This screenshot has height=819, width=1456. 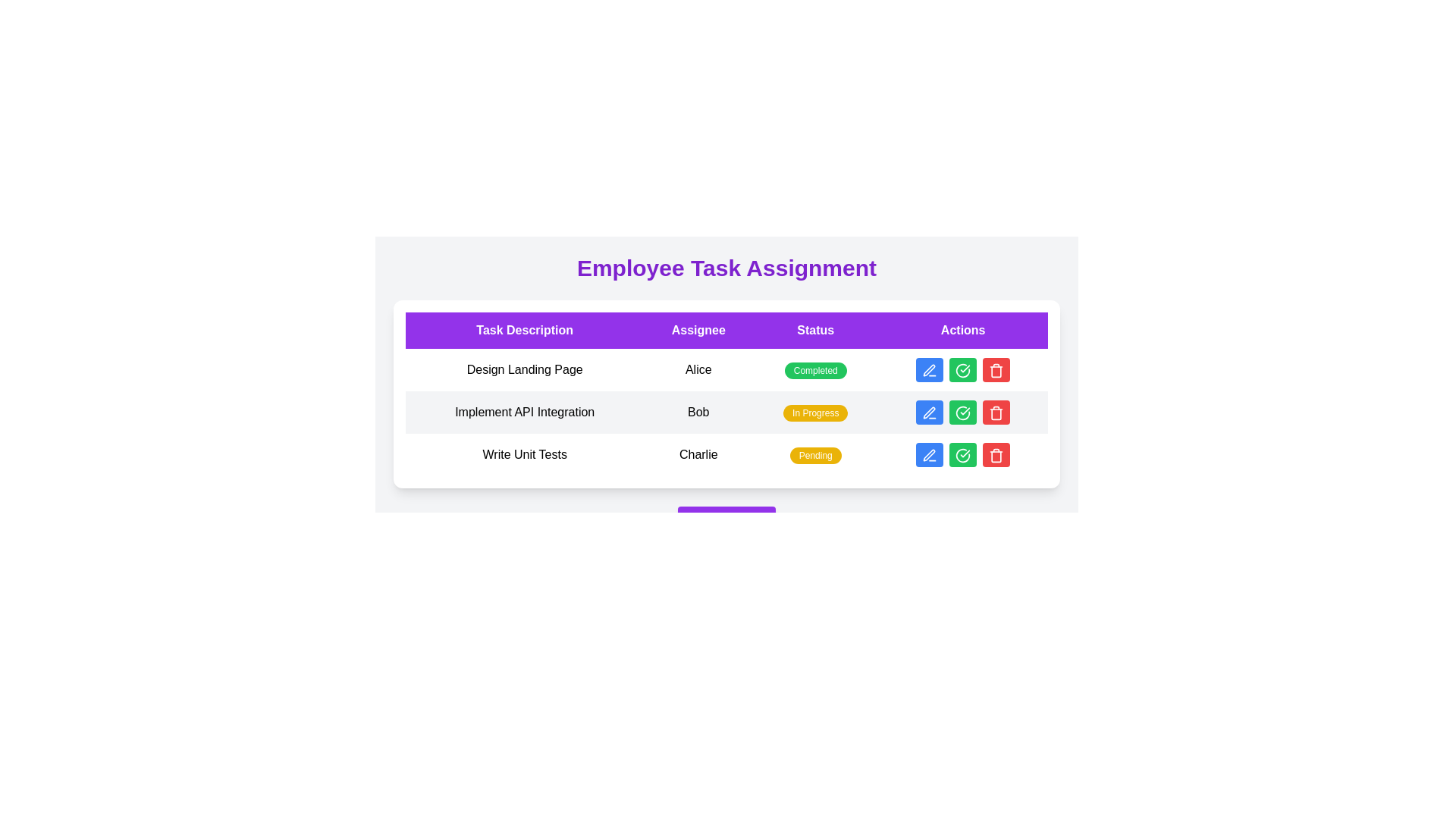 I want to click on the pen icon used for editing in the Actions column of the table for the 'Implement API Integration' task assigned to Bob, so click(x=929, y=413).